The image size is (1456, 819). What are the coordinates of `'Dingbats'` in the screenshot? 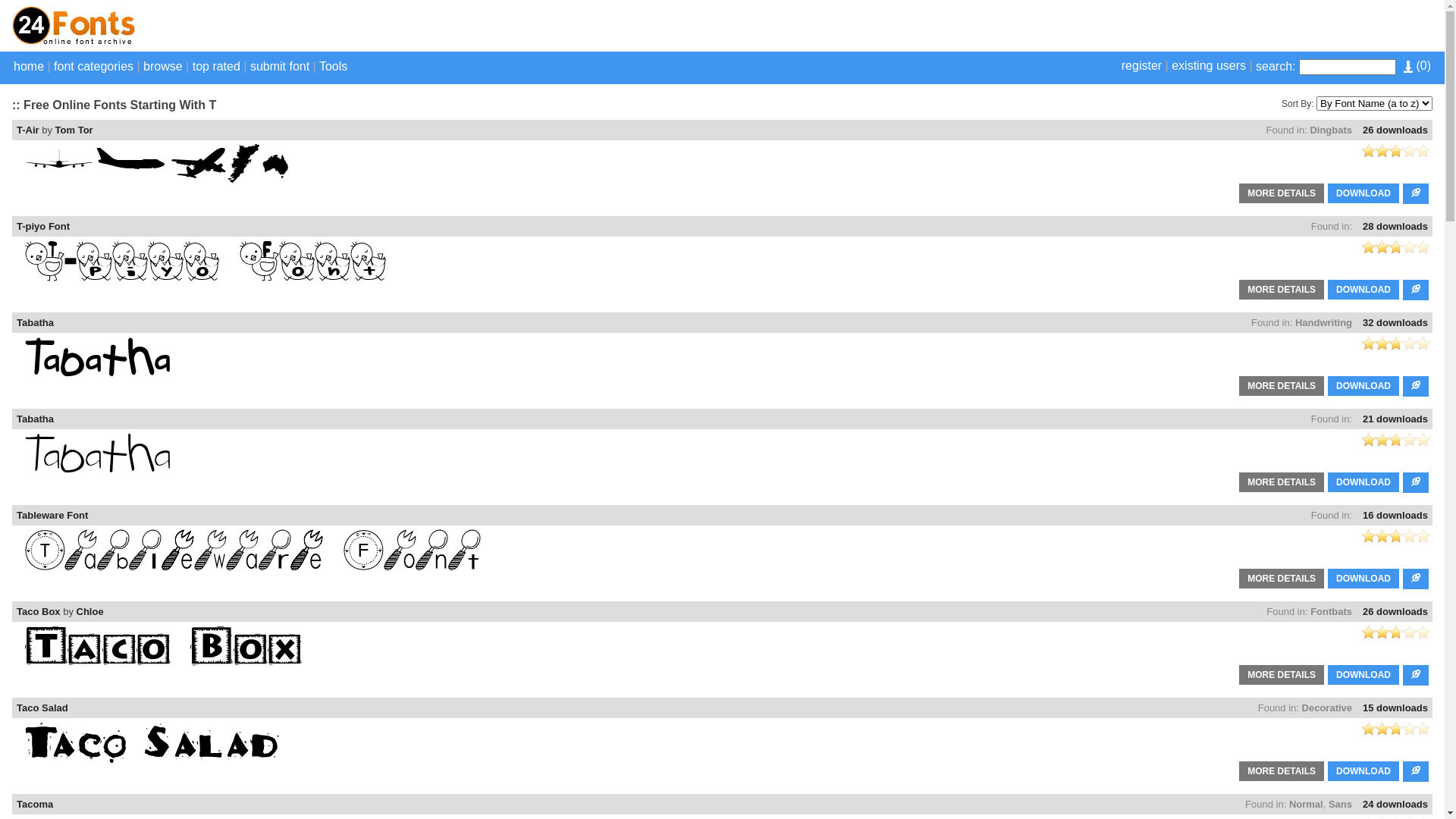 It's located at (1330, 129).